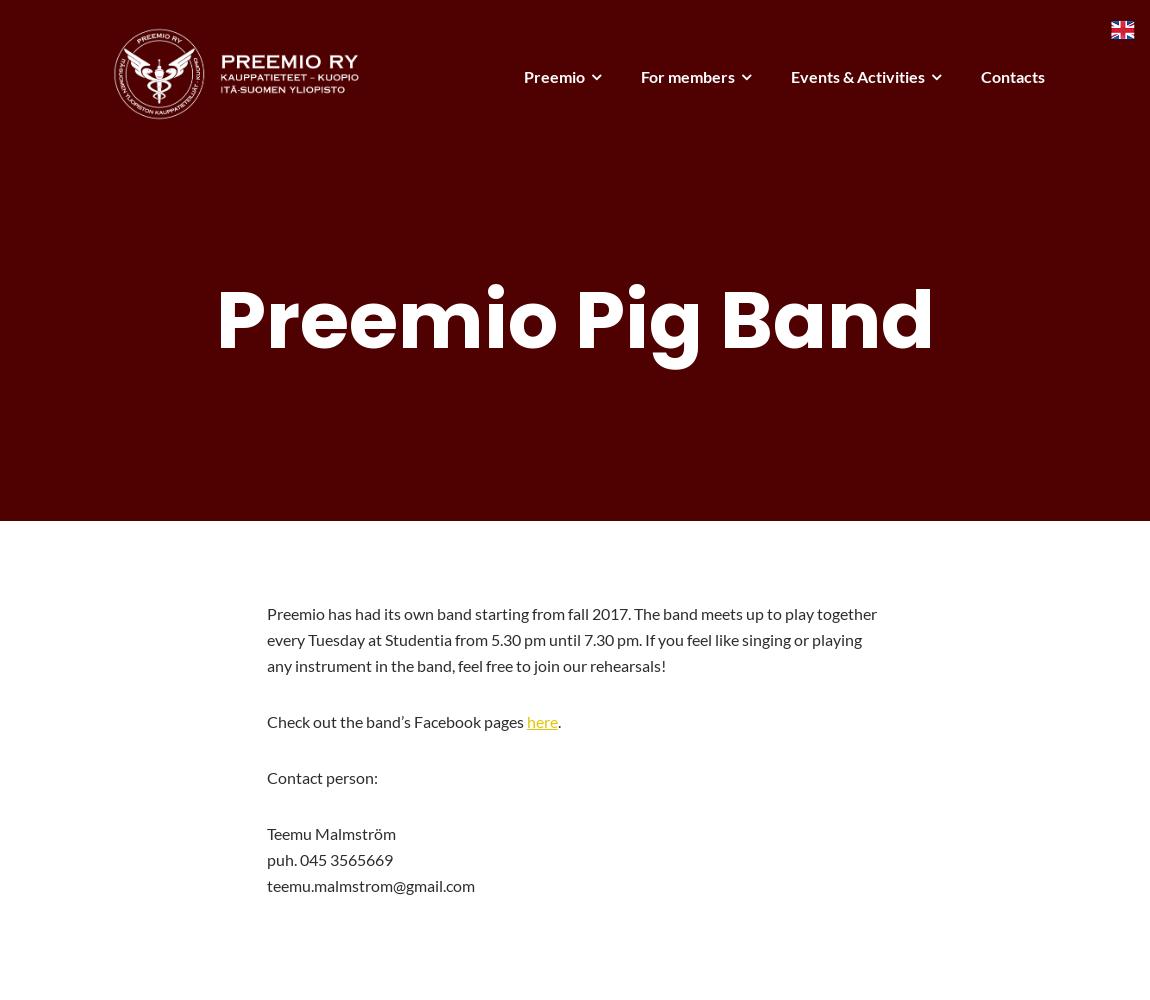 The width and height of the screenshot is (1150, 1000). Describe the element at coordinates (809, 173) in the screenshot. I see `'Annual Ball'` at that location.